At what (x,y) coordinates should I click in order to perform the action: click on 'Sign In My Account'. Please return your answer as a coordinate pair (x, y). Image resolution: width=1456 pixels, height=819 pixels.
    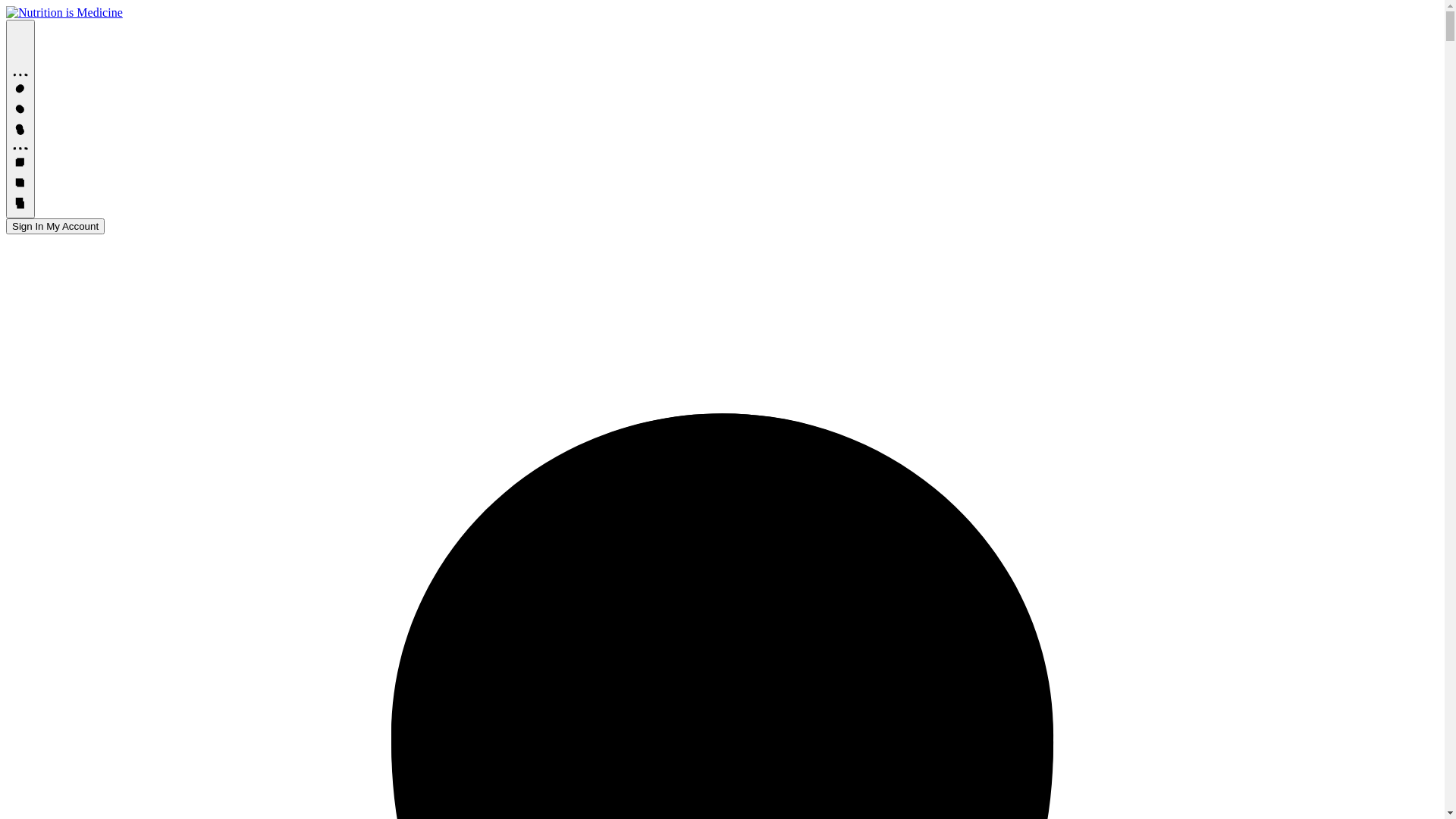
    Looking at the image, I should click on (55, 226).